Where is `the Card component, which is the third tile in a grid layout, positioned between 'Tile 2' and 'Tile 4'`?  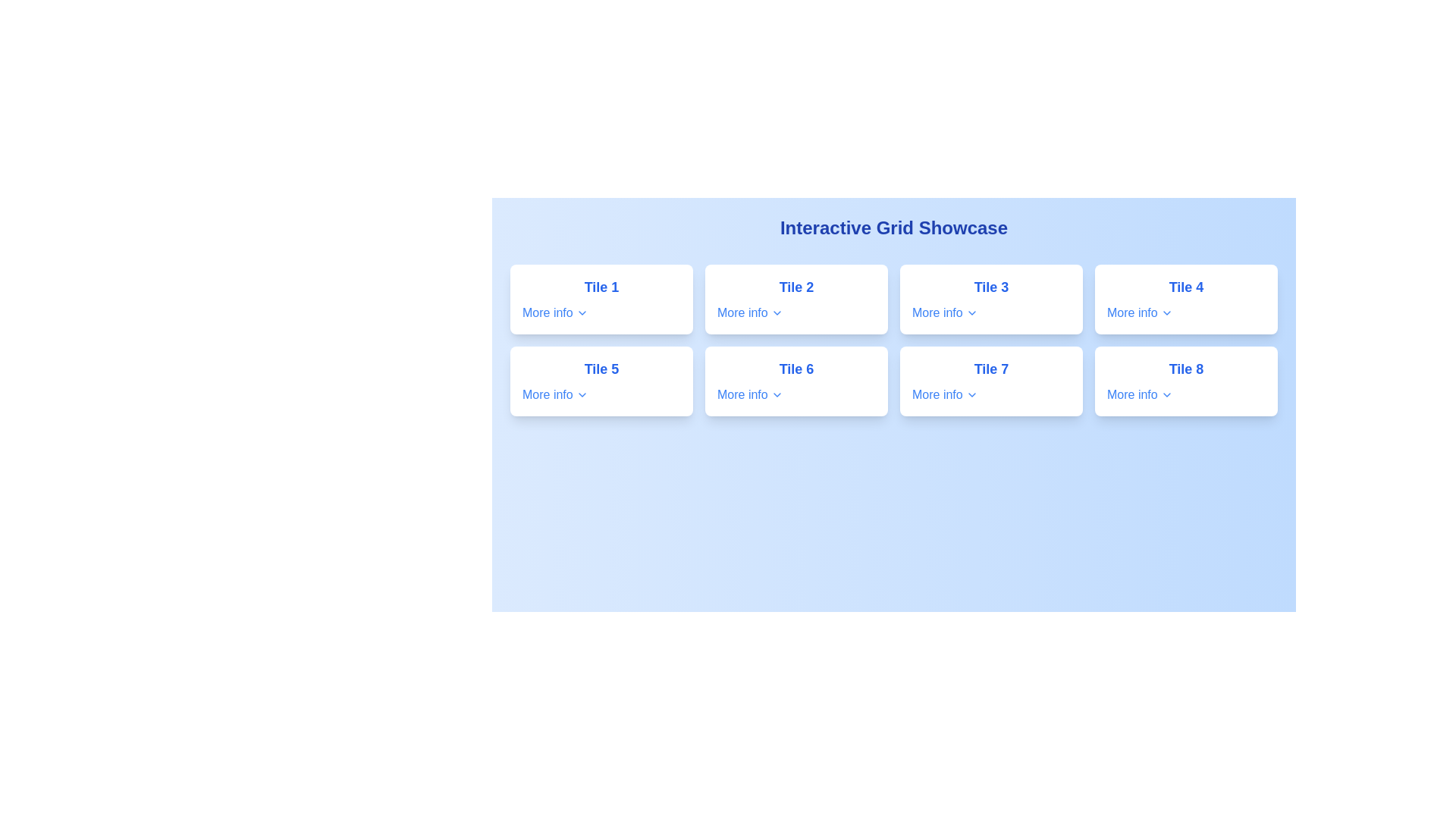 the Card component, which is the third tile in a grid layout, positioned between 'Tile 2' and 'Tile 4' is located at coordinates (991, 299).